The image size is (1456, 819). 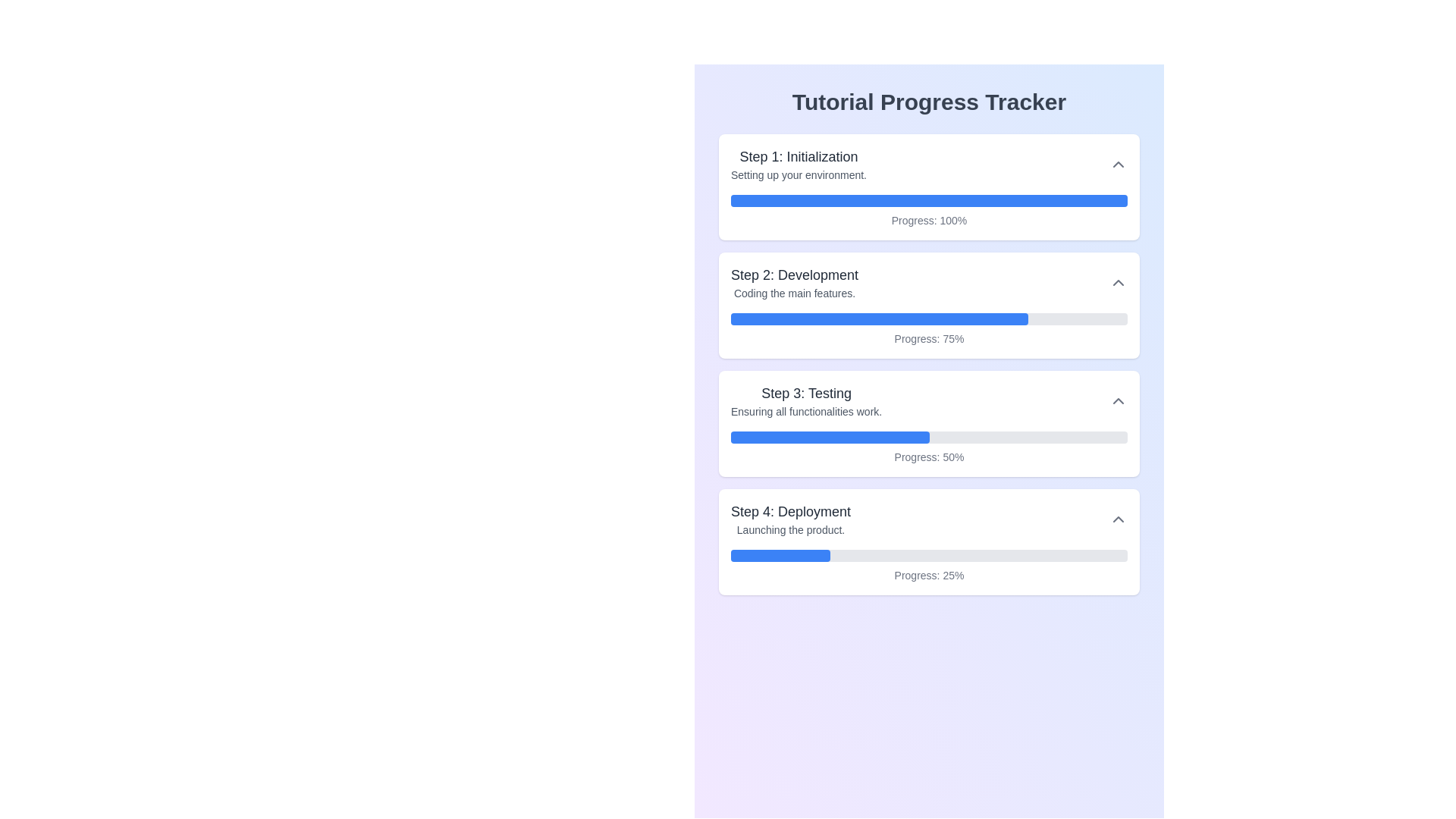 What do you see at coordinates (928, 305) in the screenshot?
I see `descriptions associated with the Informational card displaying the progress status for the 'Development' step, which is the second card in the vertical list of progress cards within the 'Tutorial Progress Tracker.'` at bounding box center [928, 305].